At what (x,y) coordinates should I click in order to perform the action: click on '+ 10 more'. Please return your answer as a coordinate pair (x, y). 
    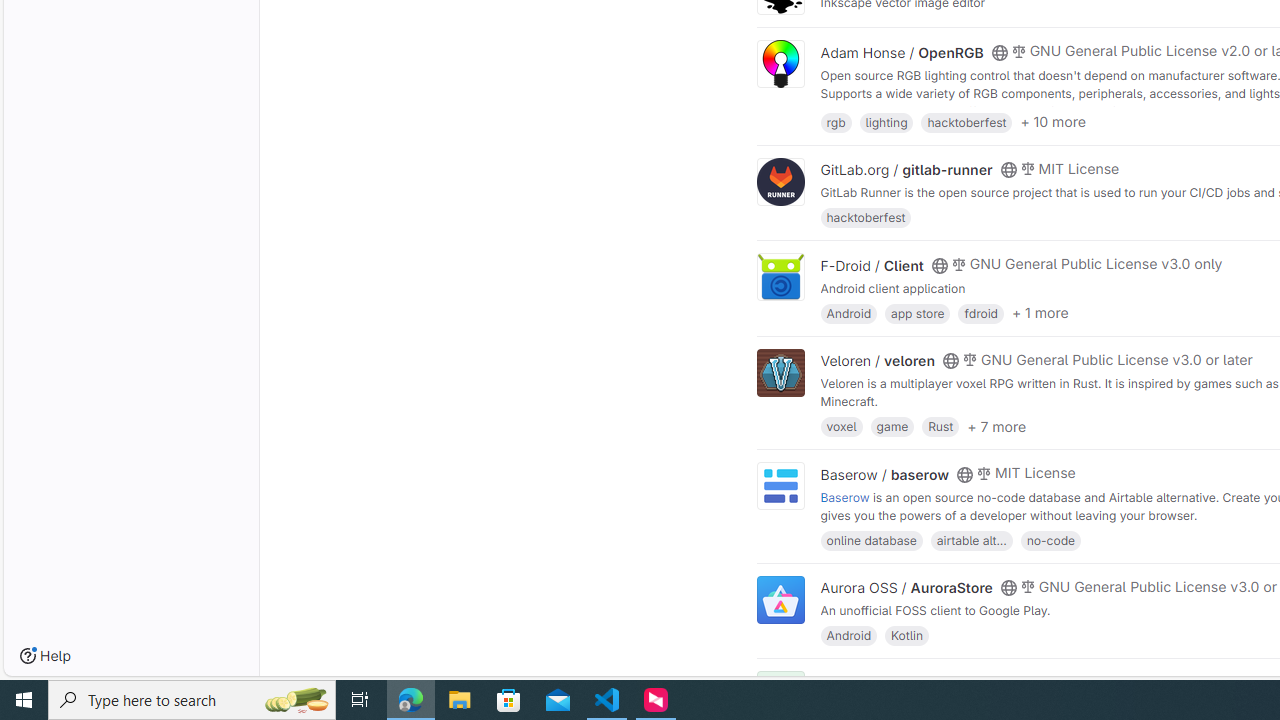
    Looking at the image, I should click on (1052, 122).